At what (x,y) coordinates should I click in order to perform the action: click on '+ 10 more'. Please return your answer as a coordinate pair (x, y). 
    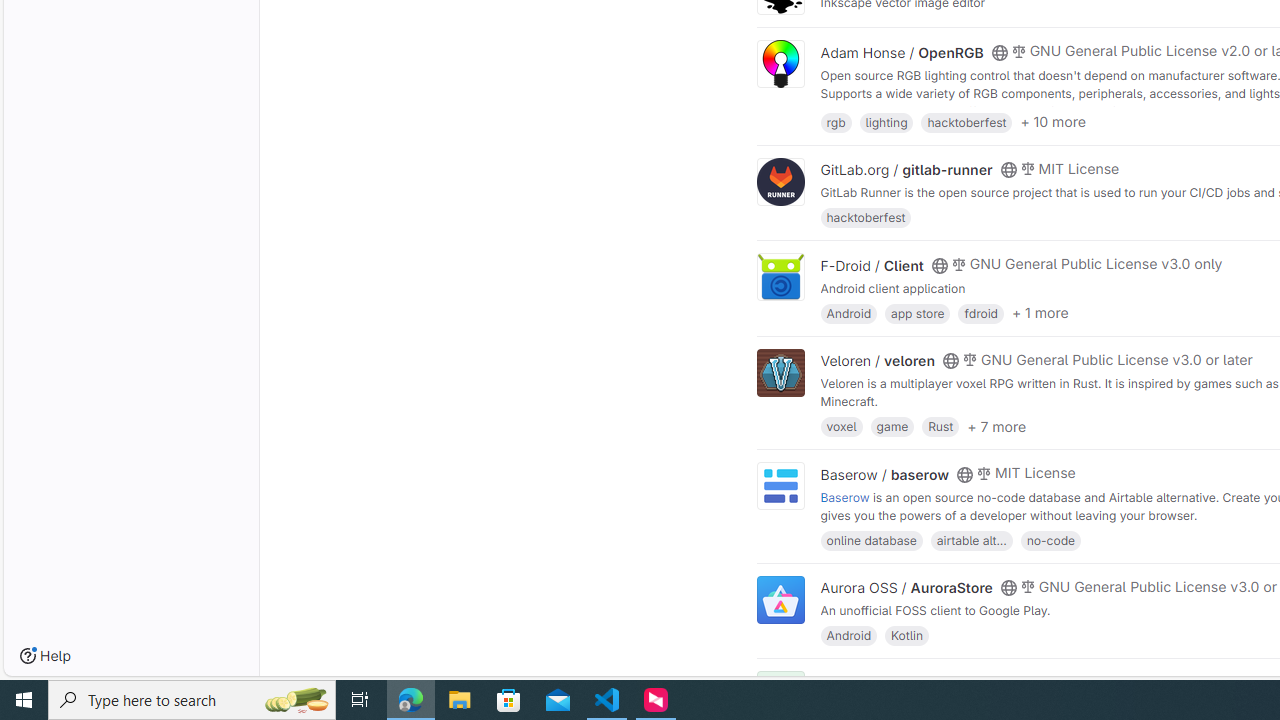
    Looking at the image, I should click on (1052, 122).